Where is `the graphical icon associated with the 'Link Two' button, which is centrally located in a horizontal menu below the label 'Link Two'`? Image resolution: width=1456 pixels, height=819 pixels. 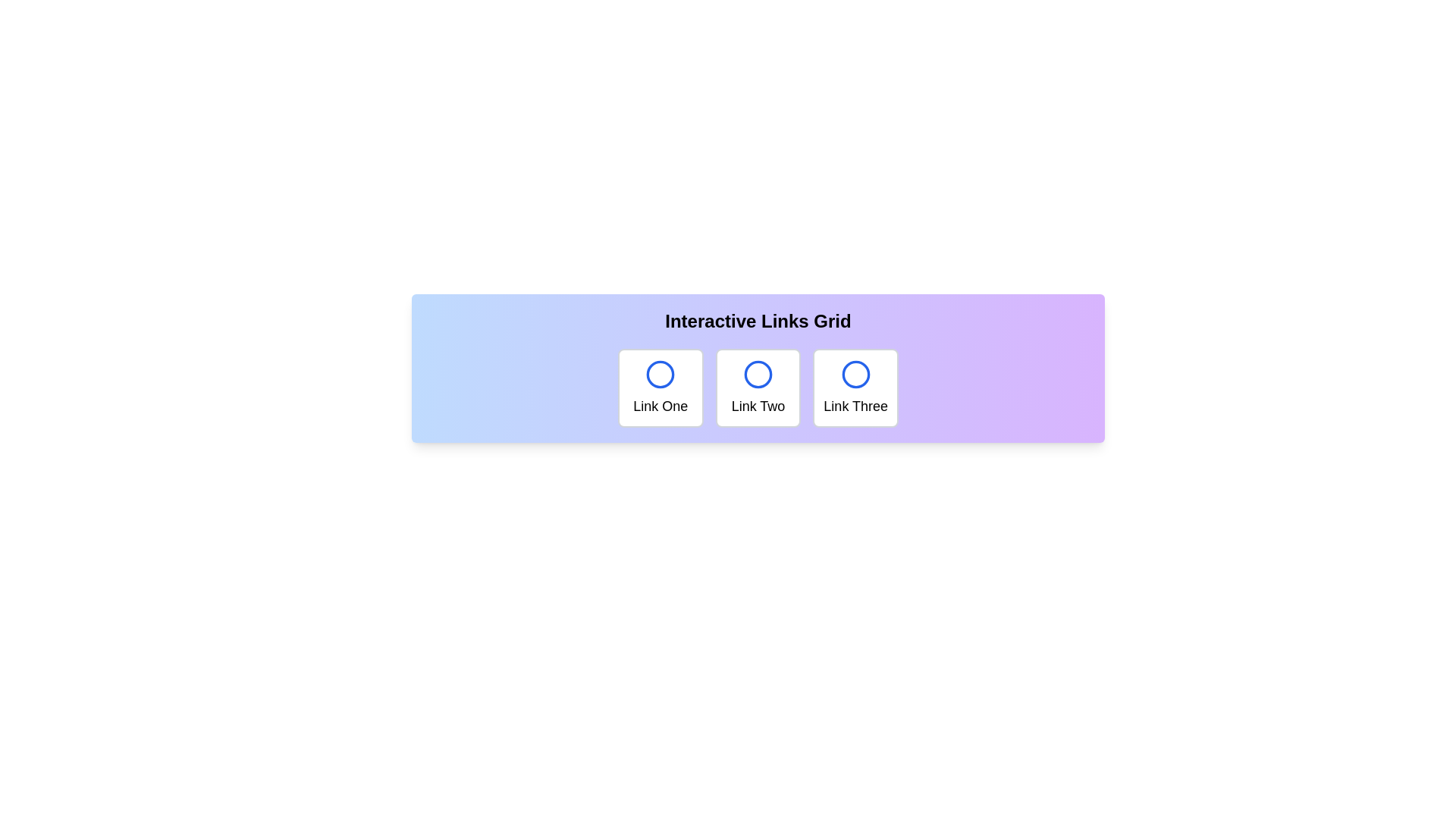
the graphical icon associated with the 'Link Two' button, which is centrally located in a horizontal menu below the label 'Link Two' is located at coordinates (758, 374).